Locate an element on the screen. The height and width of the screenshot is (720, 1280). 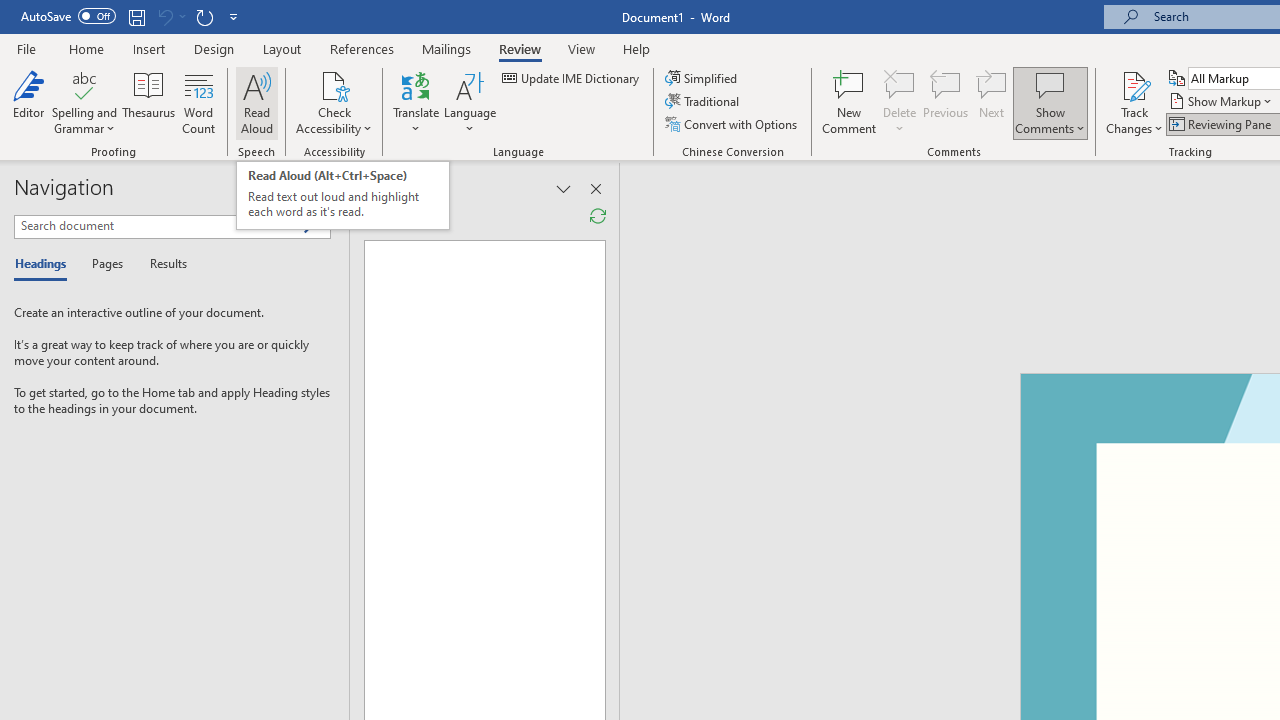
'Headings' is located at coordinates (45, 264).